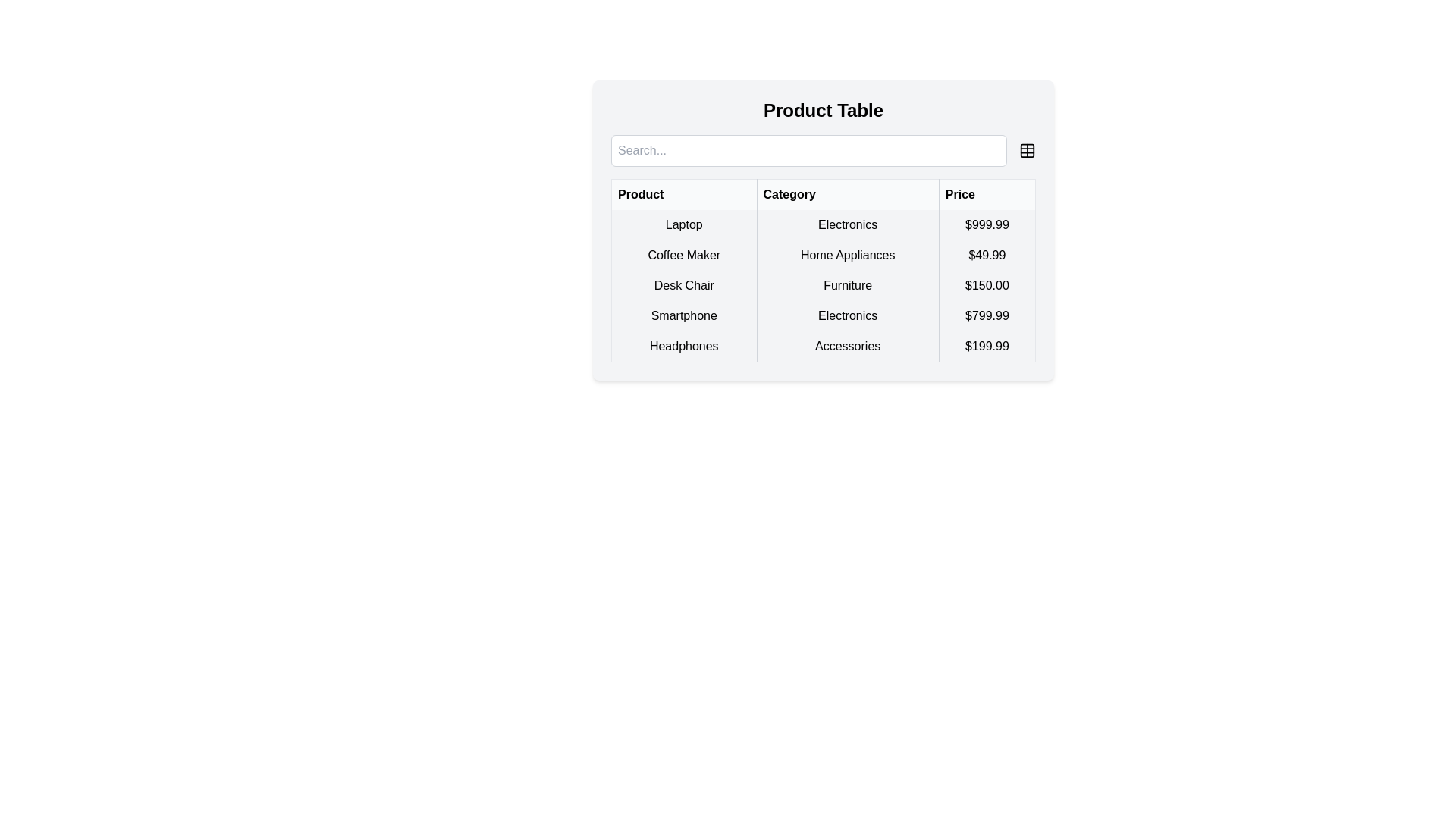 This screenshot has width=1456, height=819. I want to click on the static text label in the second row of the product table that indicates the category information for the product 'Coffee Maker', so click(847, 254).